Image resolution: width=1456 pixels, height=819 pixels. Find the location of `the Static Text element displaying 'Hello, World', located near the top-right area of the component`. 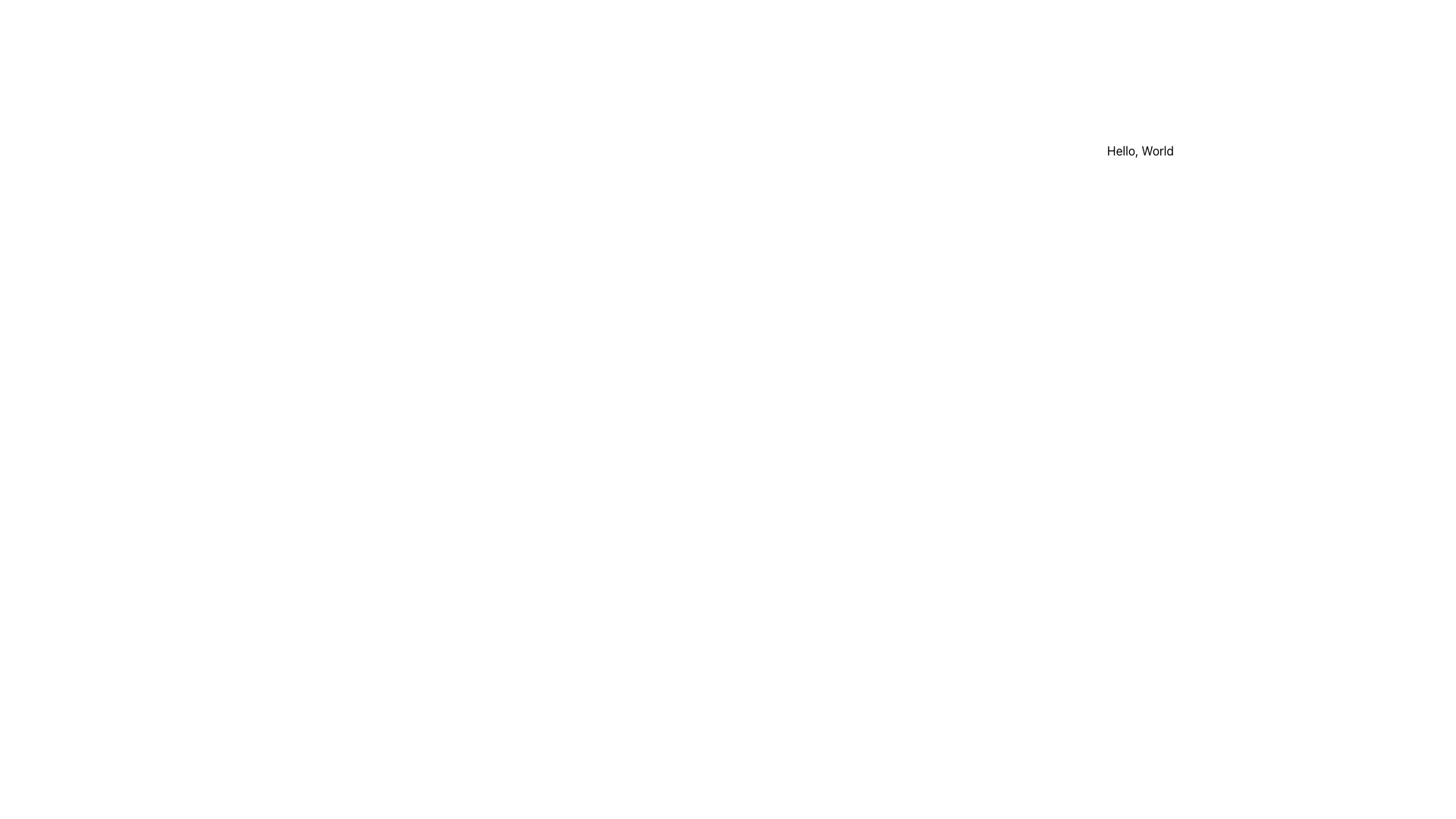

the Static Text element displaying 'Hello, World', located near the top-right area of the component is located at coordinates (1140, 151).